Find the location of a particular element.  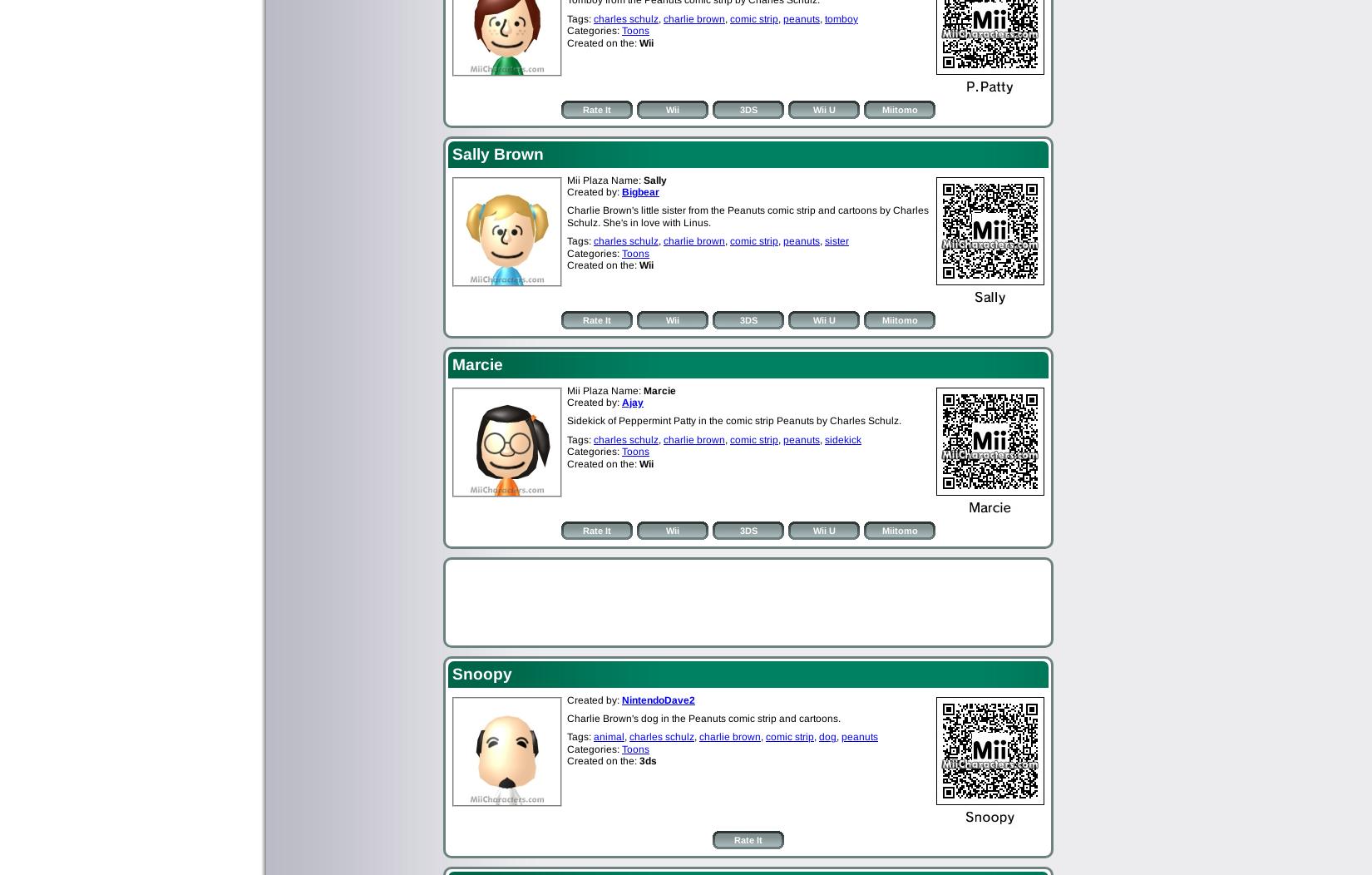

'sidekick' is located at coordinates (842, 438).